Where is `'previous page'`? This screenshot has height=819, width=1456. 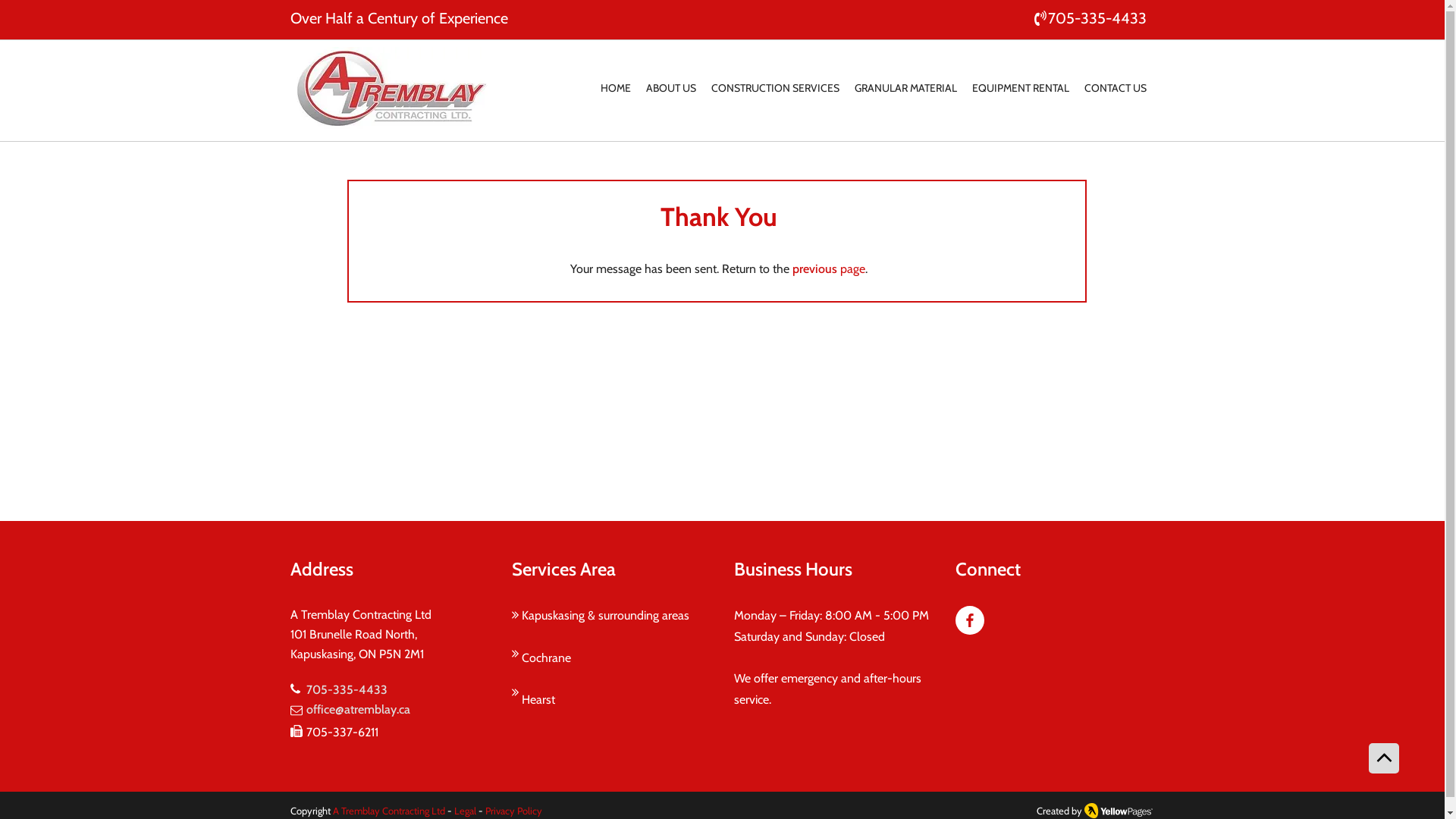 'previous page' is located at coordinates (827, 268).